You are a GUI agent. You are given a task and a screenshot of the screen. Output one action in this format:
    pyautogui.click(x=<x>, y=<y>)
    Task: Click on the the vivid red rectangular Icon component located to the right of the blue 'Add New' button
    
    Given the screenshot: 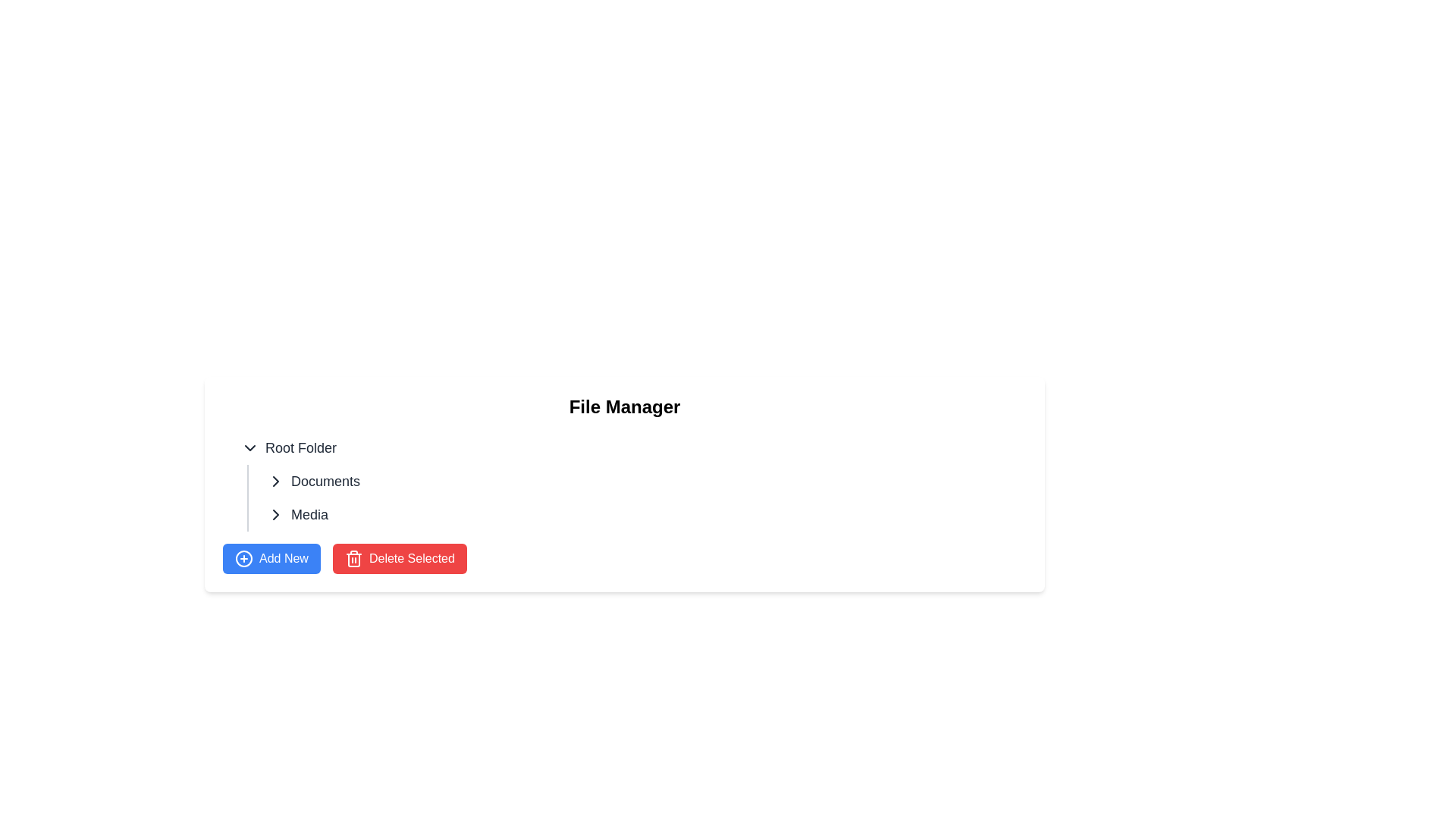 What is the action you would take?
    pyautogui.click(x=353, y=560)
    